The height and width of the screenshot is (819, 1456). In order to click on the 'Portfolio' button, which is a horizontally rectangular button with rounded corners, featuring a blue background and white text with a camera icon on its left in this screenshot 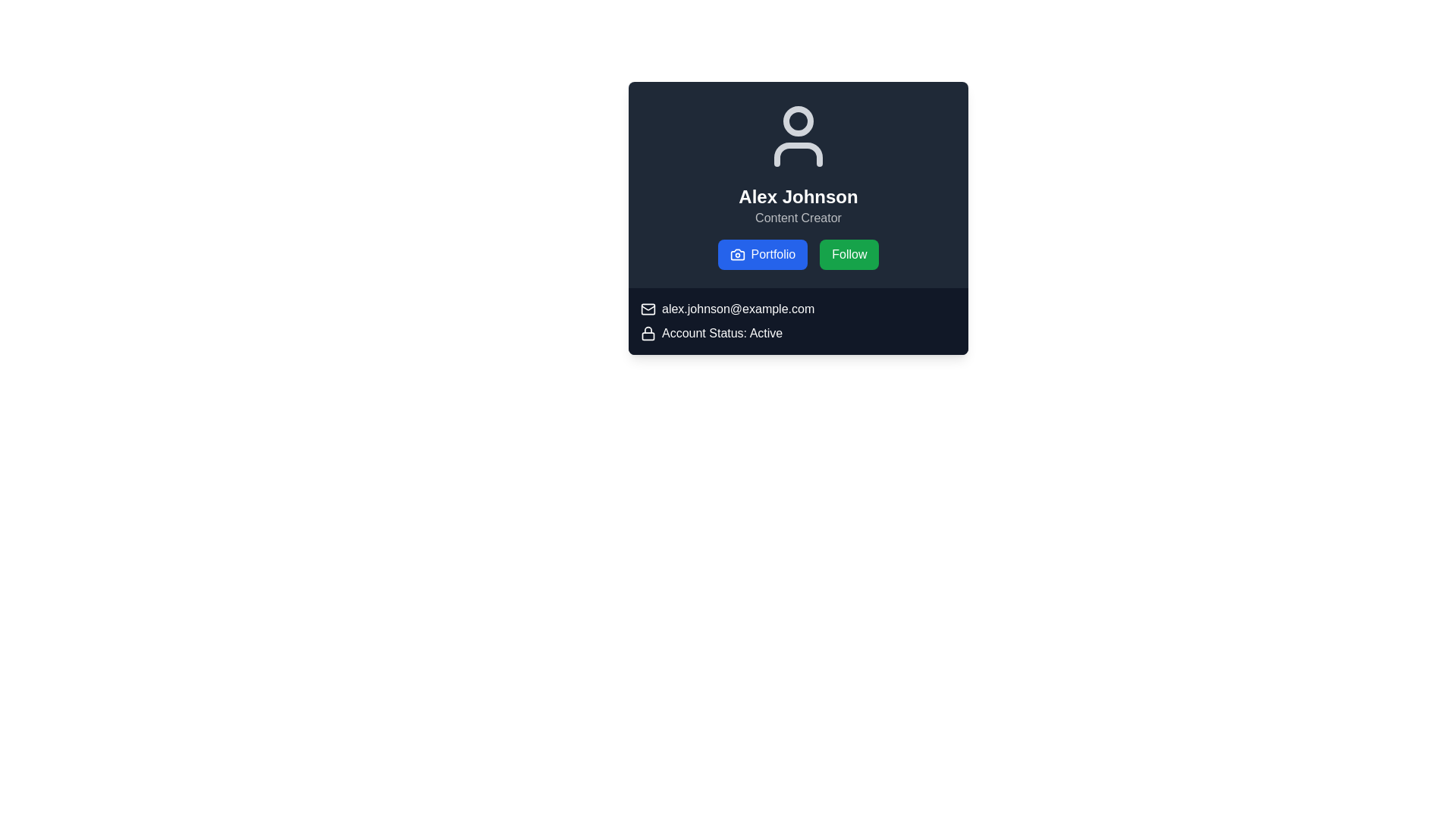, I will do `click(762, 253)`.